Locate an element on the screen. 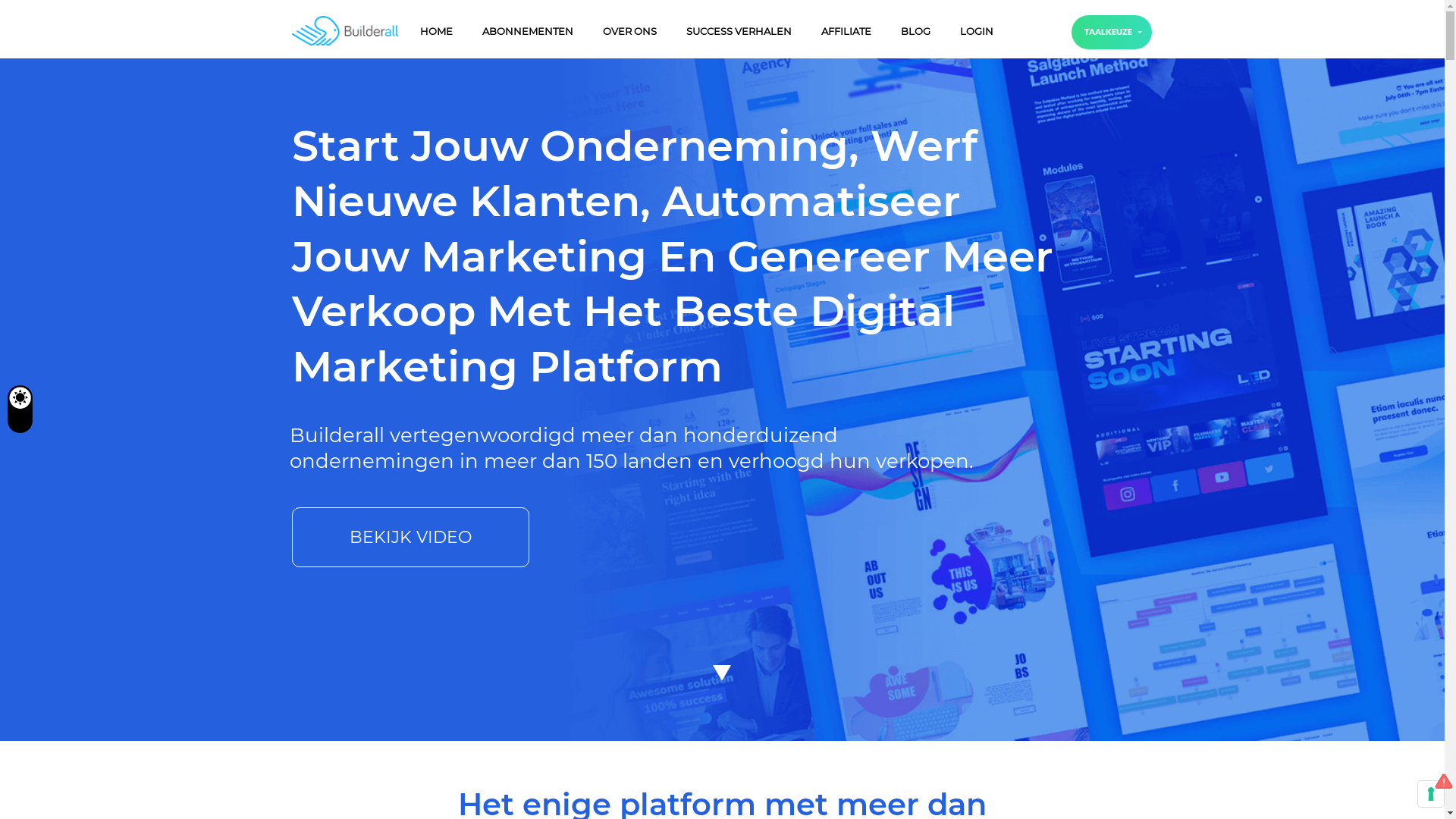 This screenshot has width=1456, height=819. 'BLOG' is located at coordinates (915, 31).